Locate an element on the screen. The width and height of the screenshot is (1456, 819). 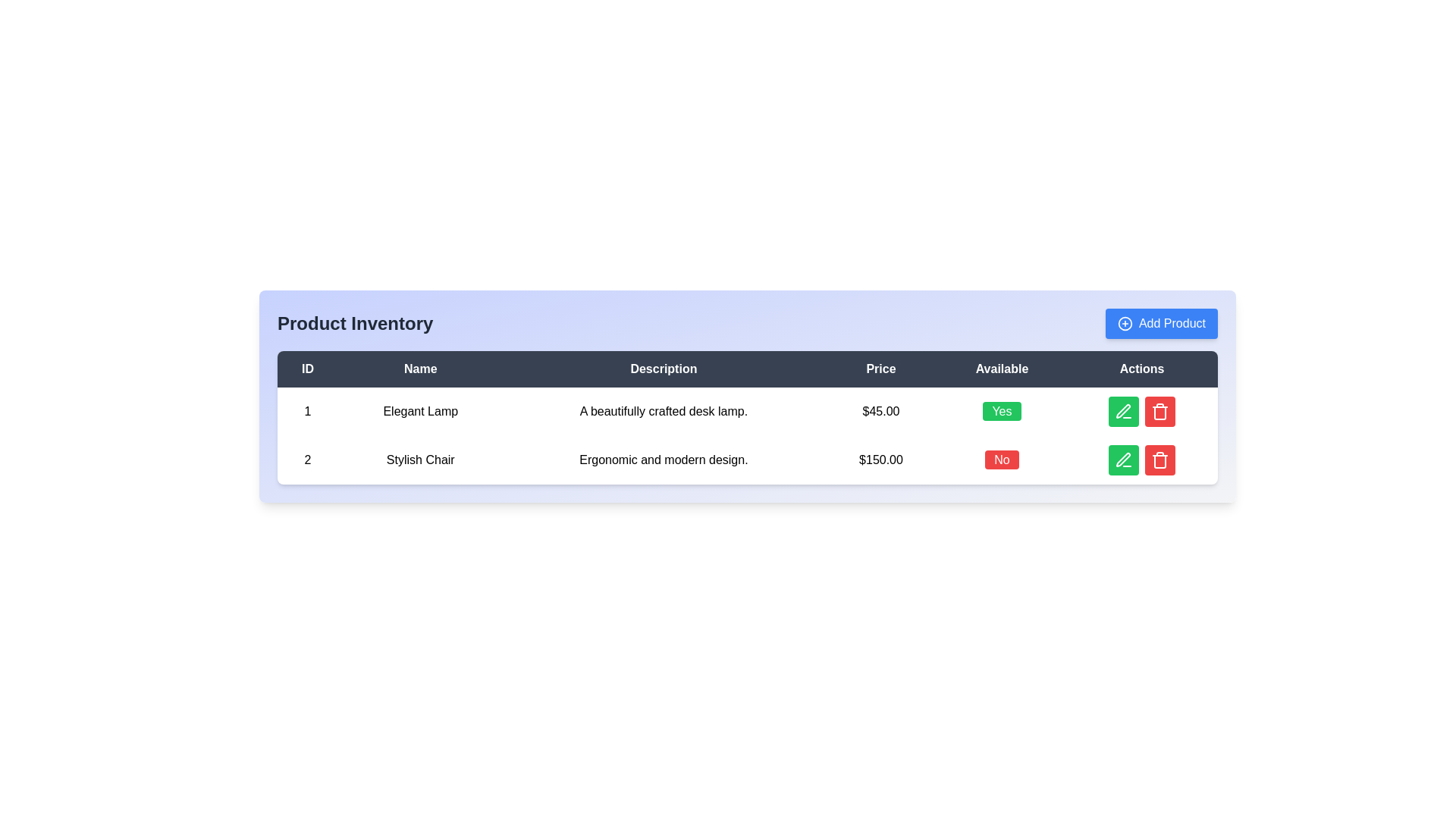
the green edit button in the actions column of the 'Product Inventory' table for the 'Elegant Lamp' item to modify the product details is located at coordinates (1142, 412).